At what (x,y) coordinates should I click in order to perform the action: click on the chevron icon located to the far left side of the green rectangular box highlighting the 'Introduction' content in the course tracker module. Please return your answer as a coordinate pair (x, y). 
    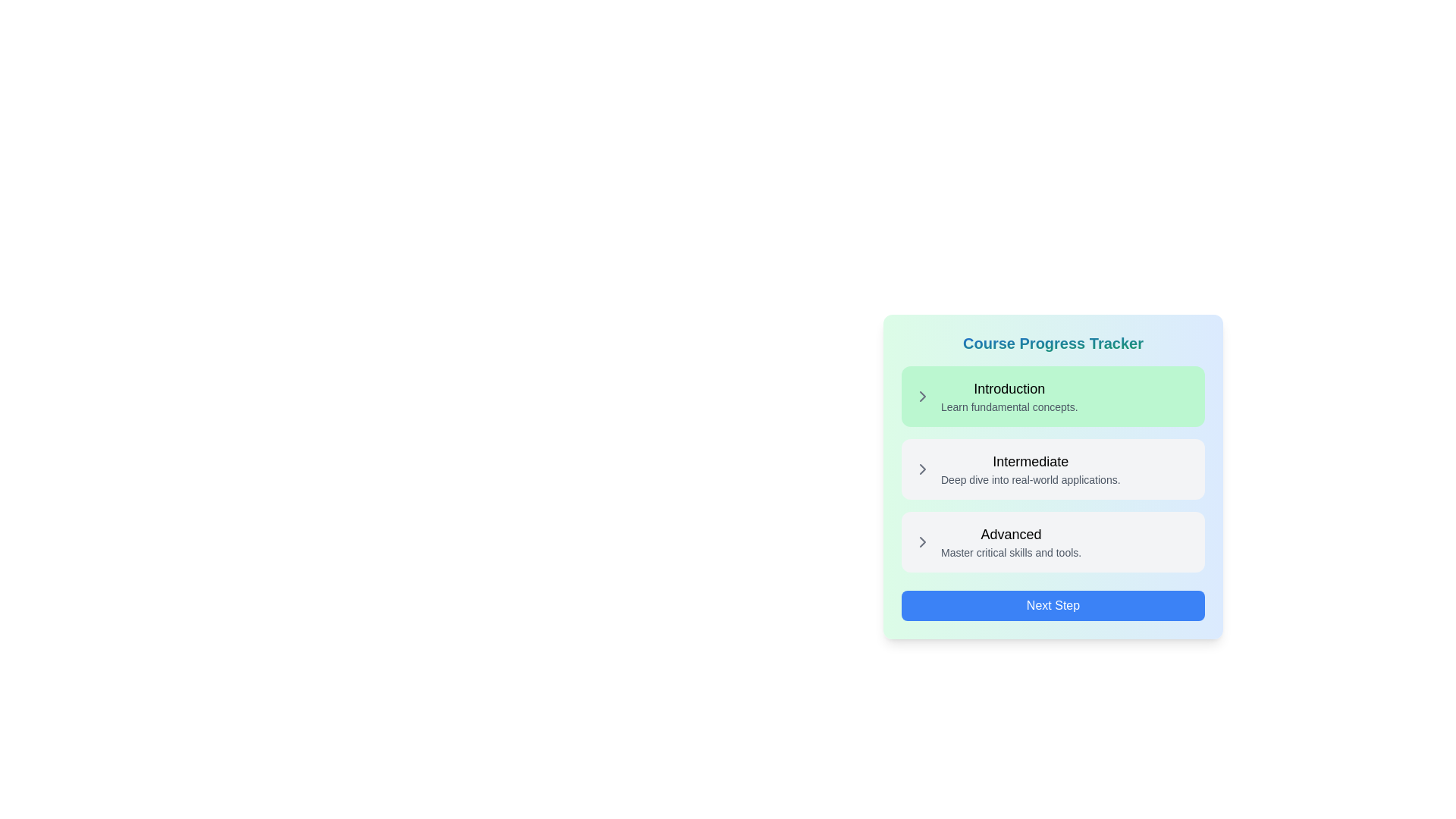
    Looking at the image, I should click on (922, 396).